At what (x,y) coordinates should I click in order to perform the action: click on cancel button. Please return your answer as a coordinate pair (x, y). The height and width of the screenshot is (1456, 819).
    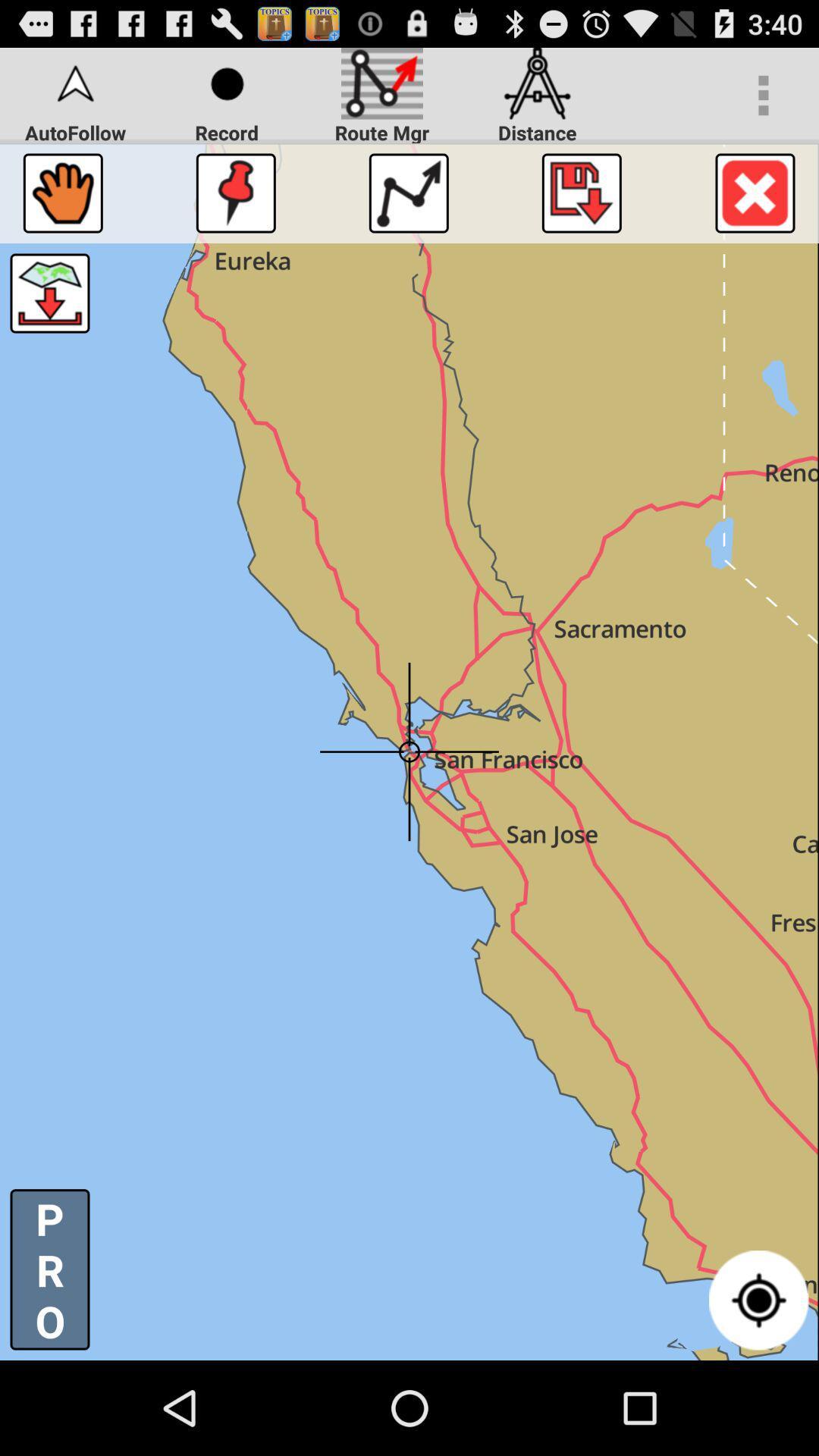
    Looking at the image, I should click on (755, 192).